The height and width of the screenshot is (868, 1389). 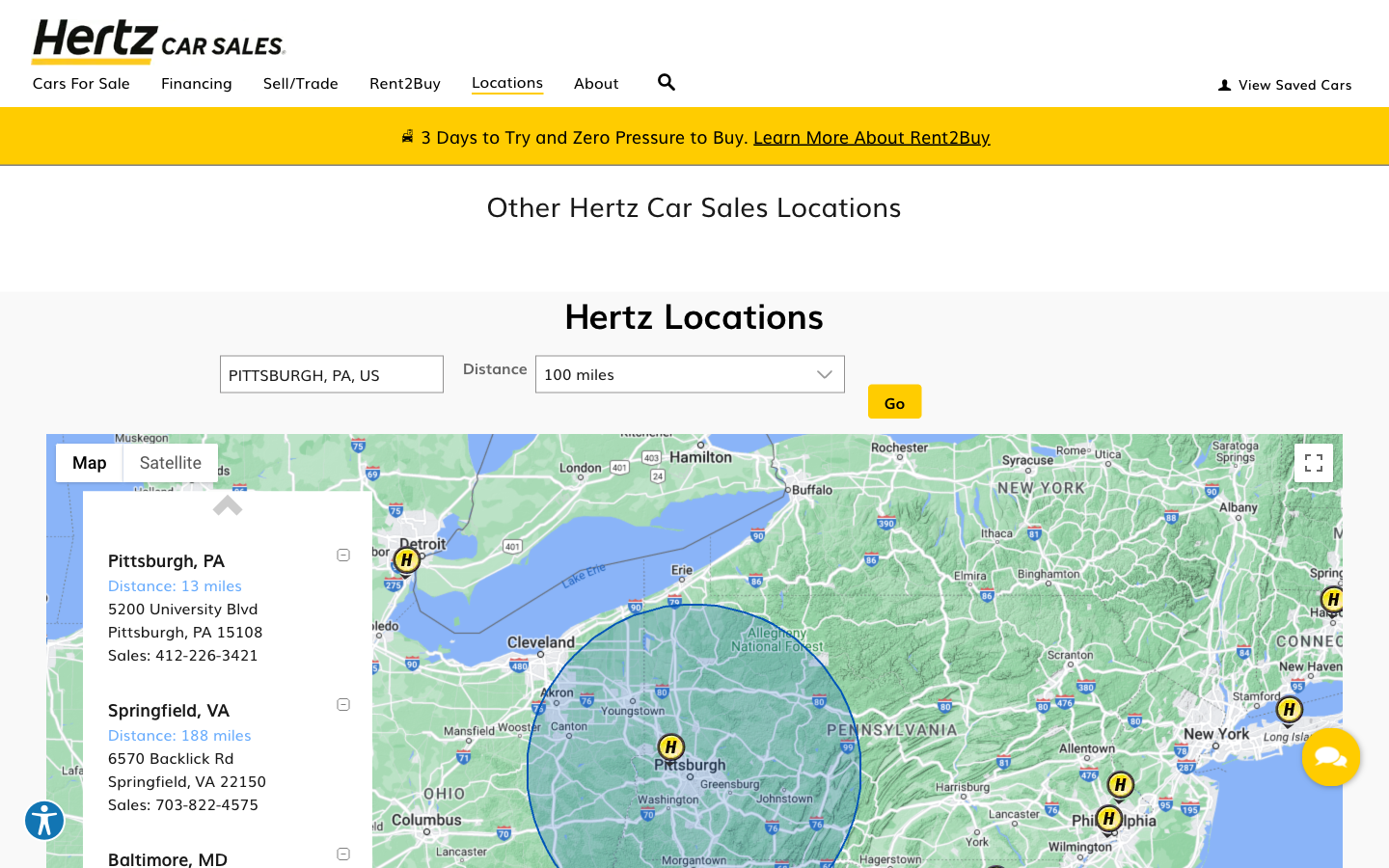 What do you see at coordinates (1282, 80) in the screenshot?
I see `"View Saved Cars", provide your login details as "andrew@cmu.edu" and "andrew"` at bounding box center [1282, 80].